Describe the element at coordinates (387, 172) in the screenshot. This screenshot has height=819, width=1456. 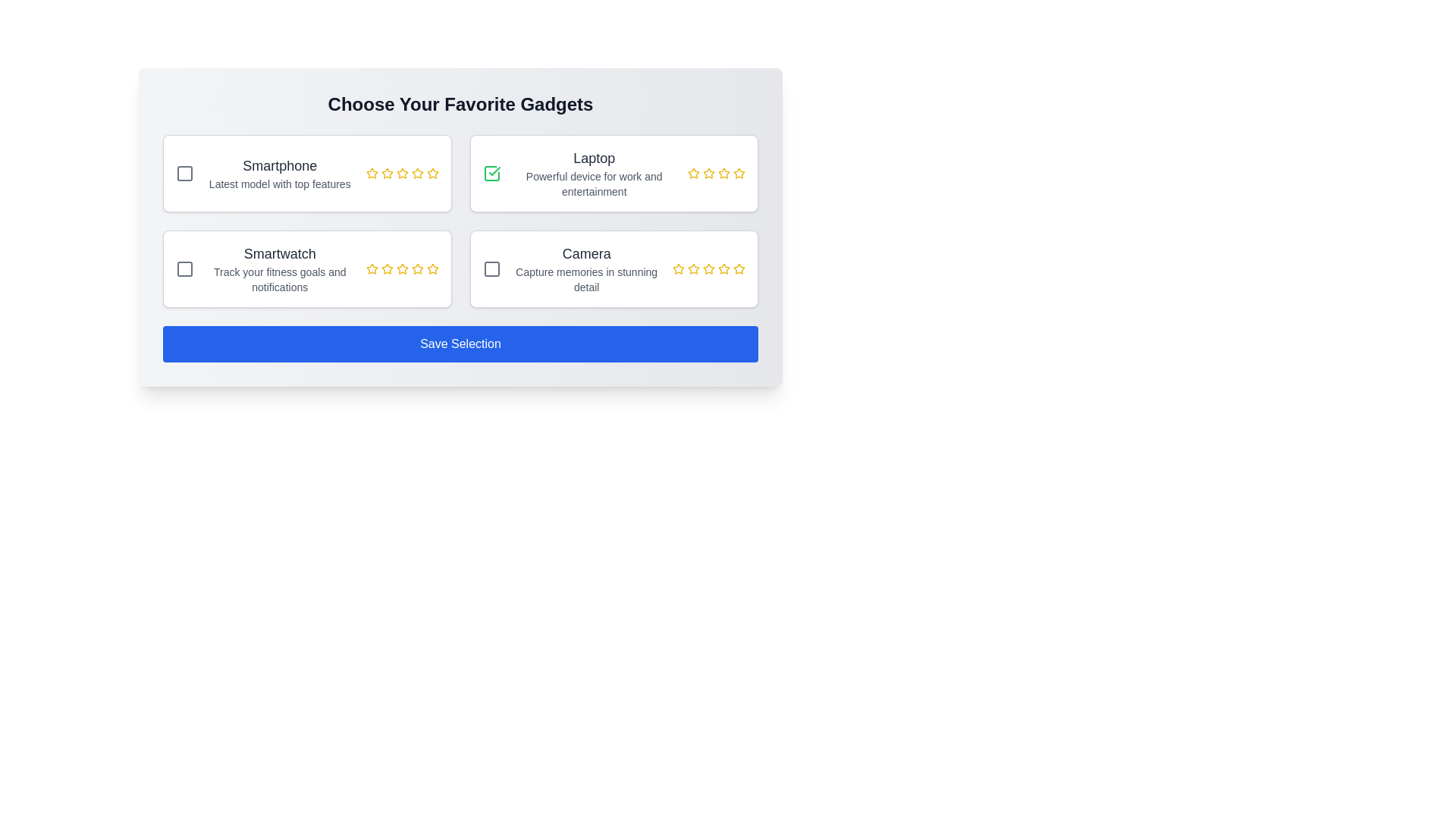
I see `the second star icon from the left in the rating section for the 'Smartphone' option` at that location.